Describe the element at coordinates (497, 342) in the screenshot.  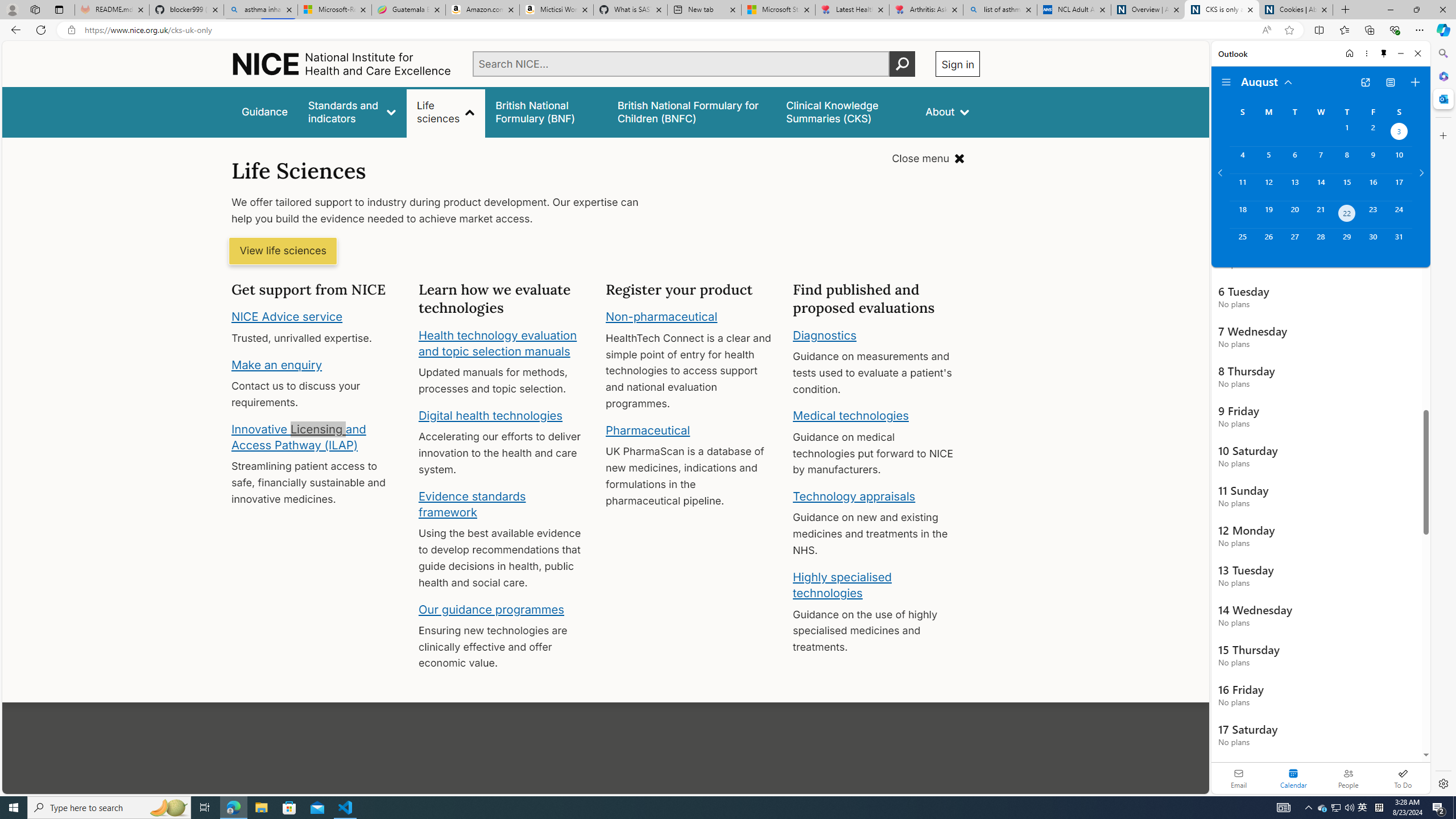
I see `'Health technology evaluation and topic selection manuals'` at that location.